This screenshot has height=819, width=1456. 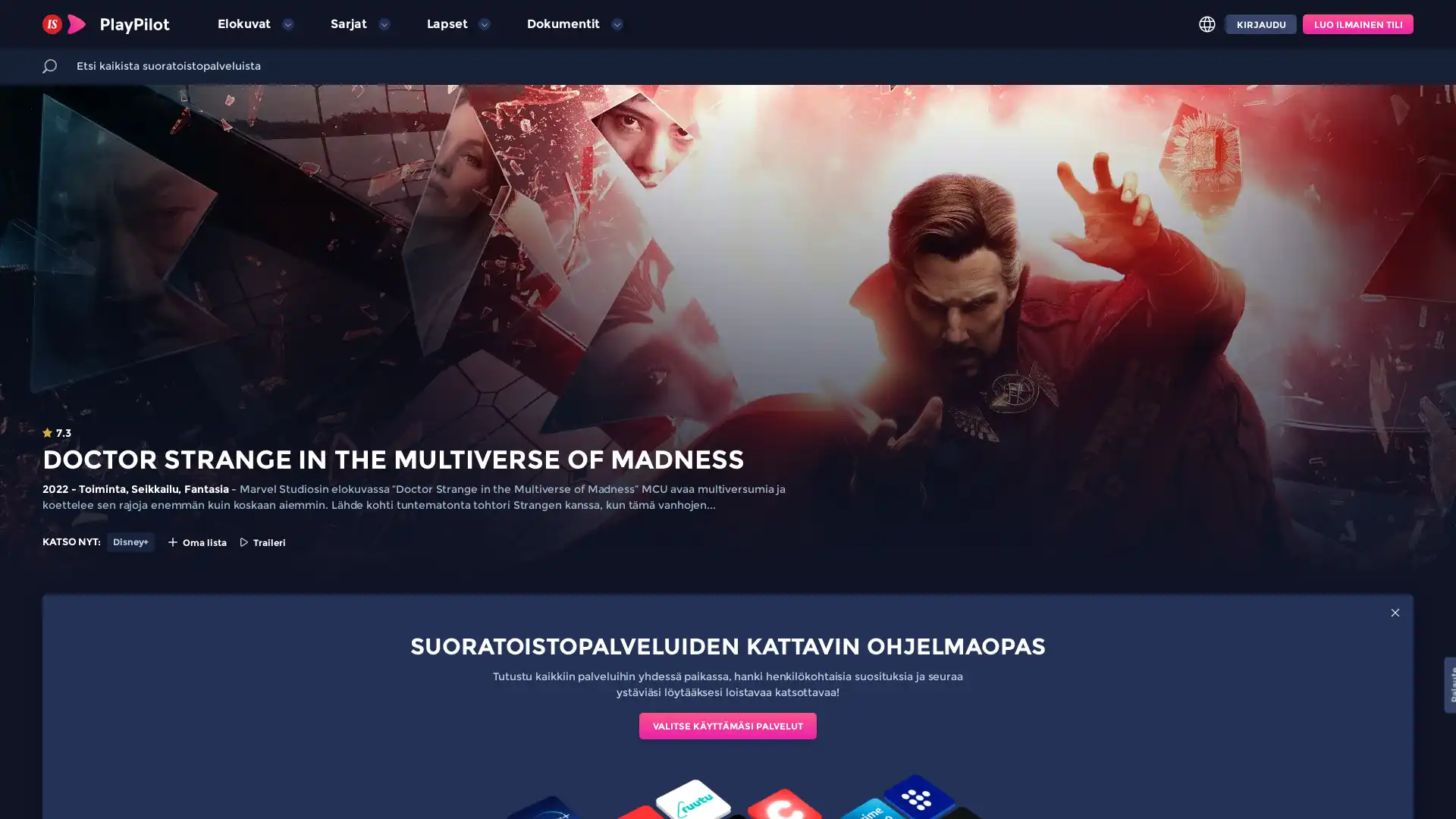 I want to click on KIRJAUDU, so click(x=1260, y=24).